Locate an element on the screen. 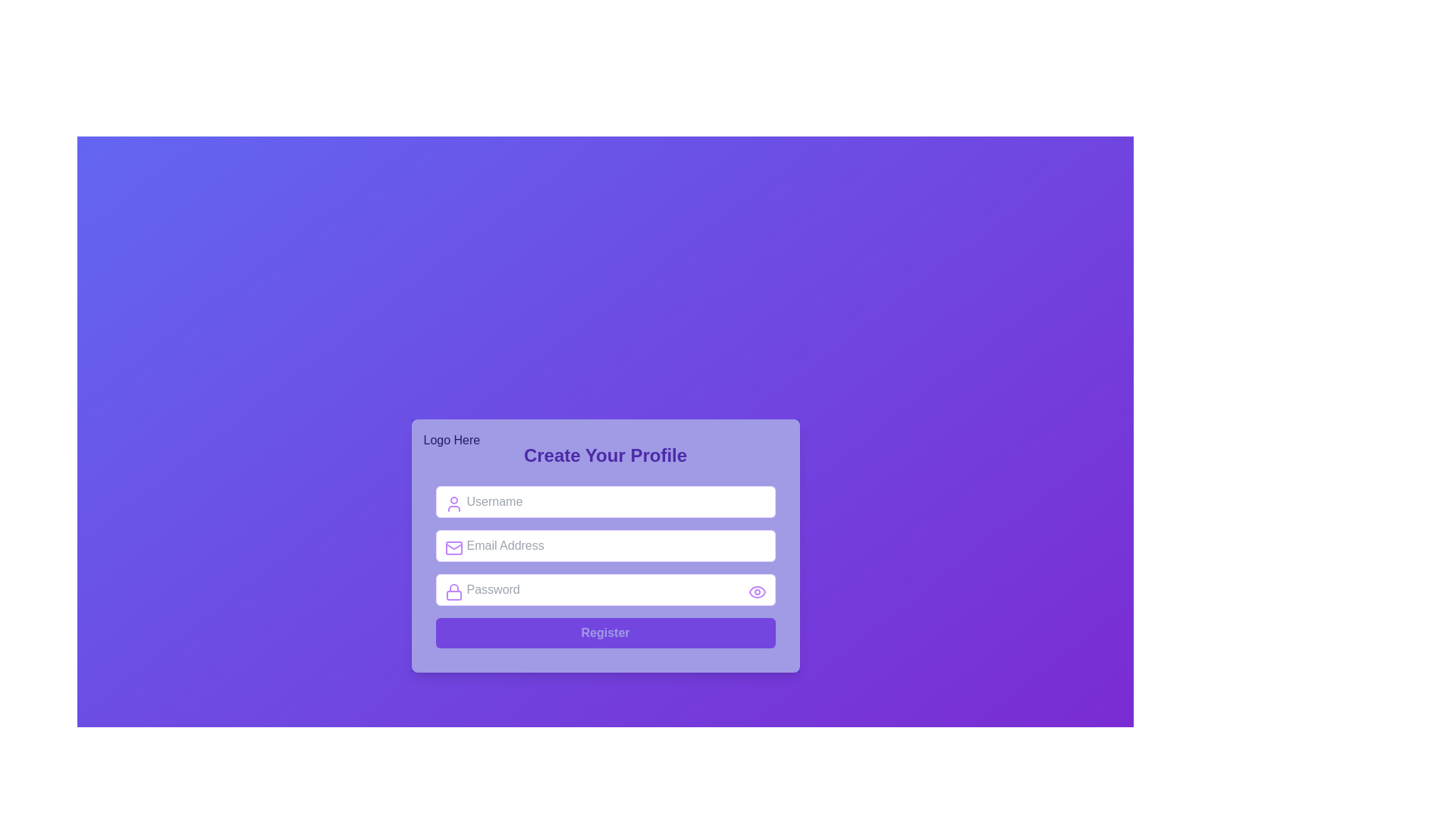 The width and height of the screenshot is (1456, 819). the small button with a purple eye icon, which is styled as a rounded rectangle and is positioned near the right edge of the password input field is located at coordinates (757, 591).